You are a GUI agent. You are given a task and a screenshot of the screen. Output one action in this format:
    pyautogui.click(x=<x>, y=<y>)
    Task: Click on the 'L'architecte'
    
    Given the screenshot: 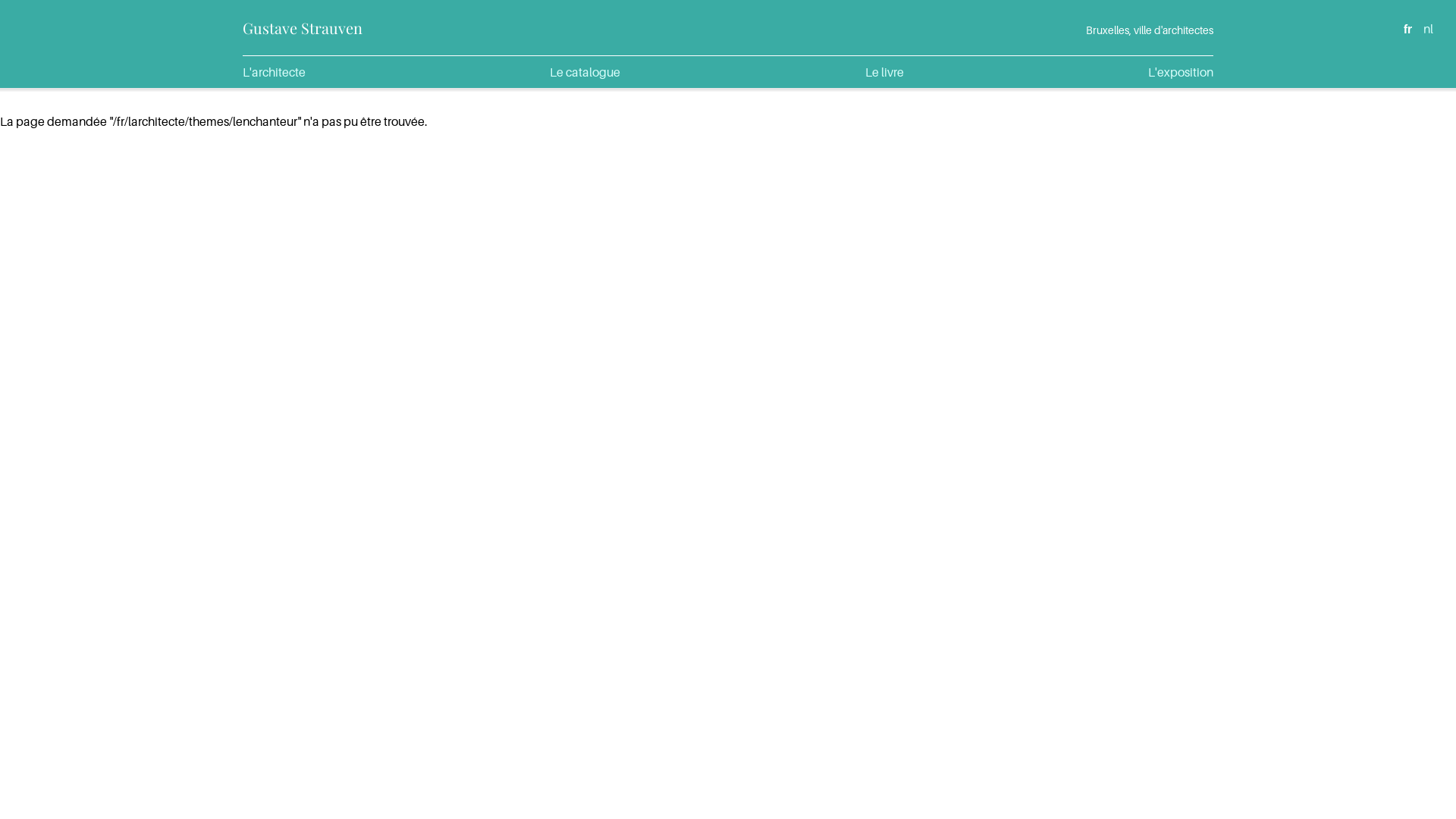 What is the action you would take?
    pyautogui.click(x=274, y=72)
    